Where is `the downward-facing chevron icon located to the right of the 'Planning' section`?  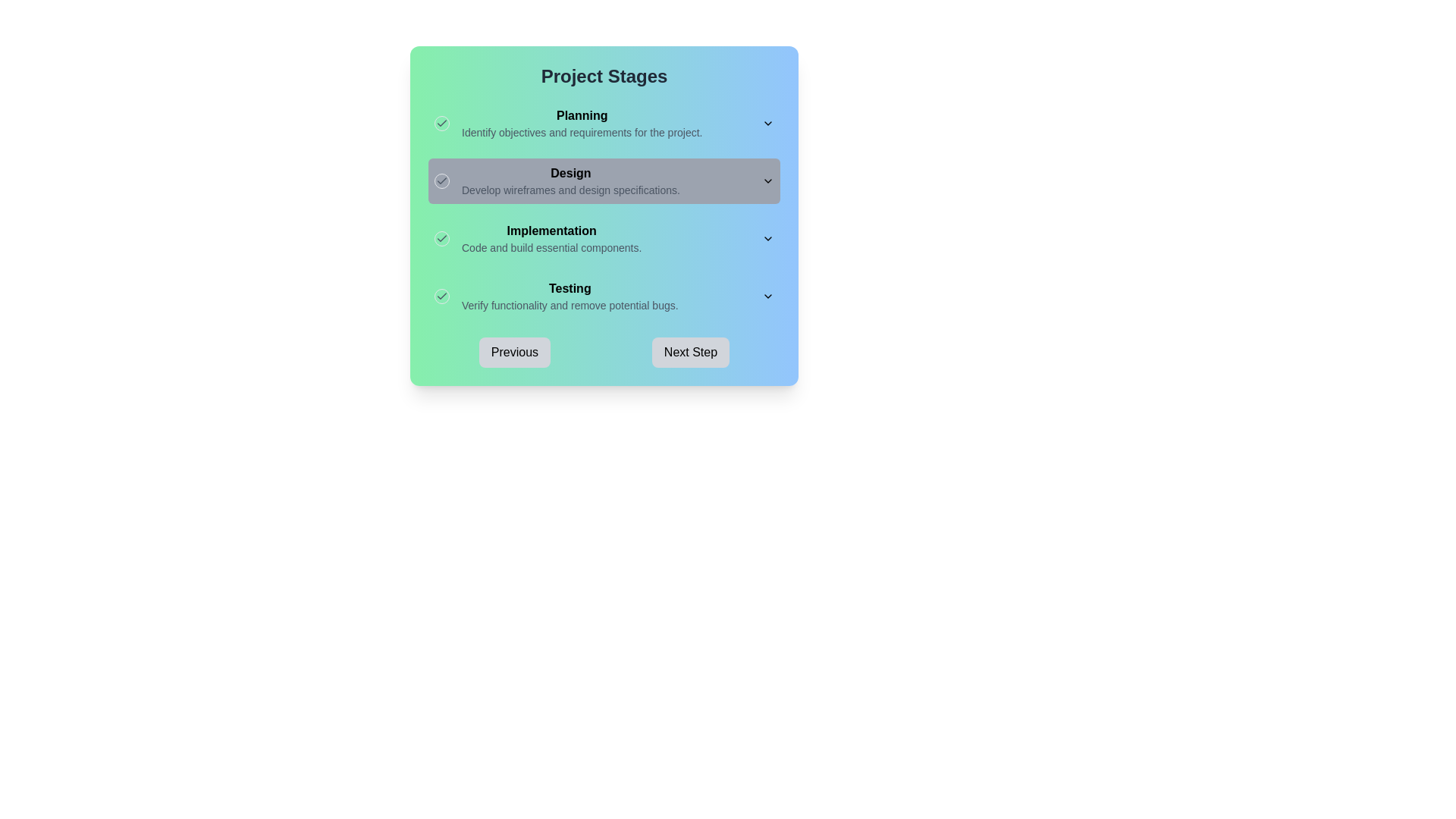
the downward-facing chevron icon located to the right of the 'Planning' section is located at coordinates (767, 122).